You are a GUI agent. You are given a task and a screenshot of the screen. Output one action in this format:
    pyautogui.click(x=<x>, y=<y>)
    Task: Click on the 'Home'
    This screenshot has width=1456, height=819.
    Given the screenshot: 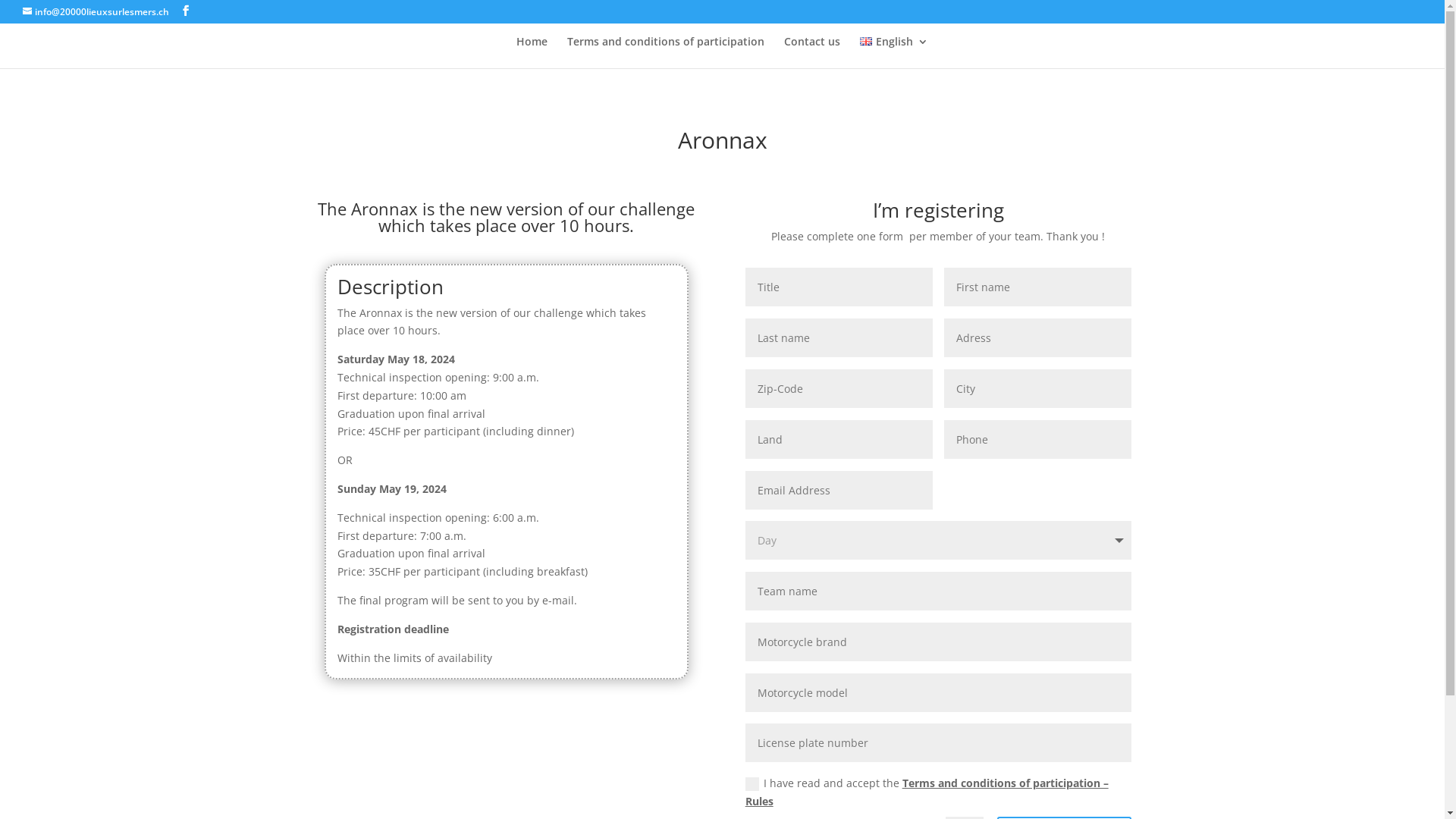 What is the action you would take?
    pyautogui.click(x=532, y=52)
    